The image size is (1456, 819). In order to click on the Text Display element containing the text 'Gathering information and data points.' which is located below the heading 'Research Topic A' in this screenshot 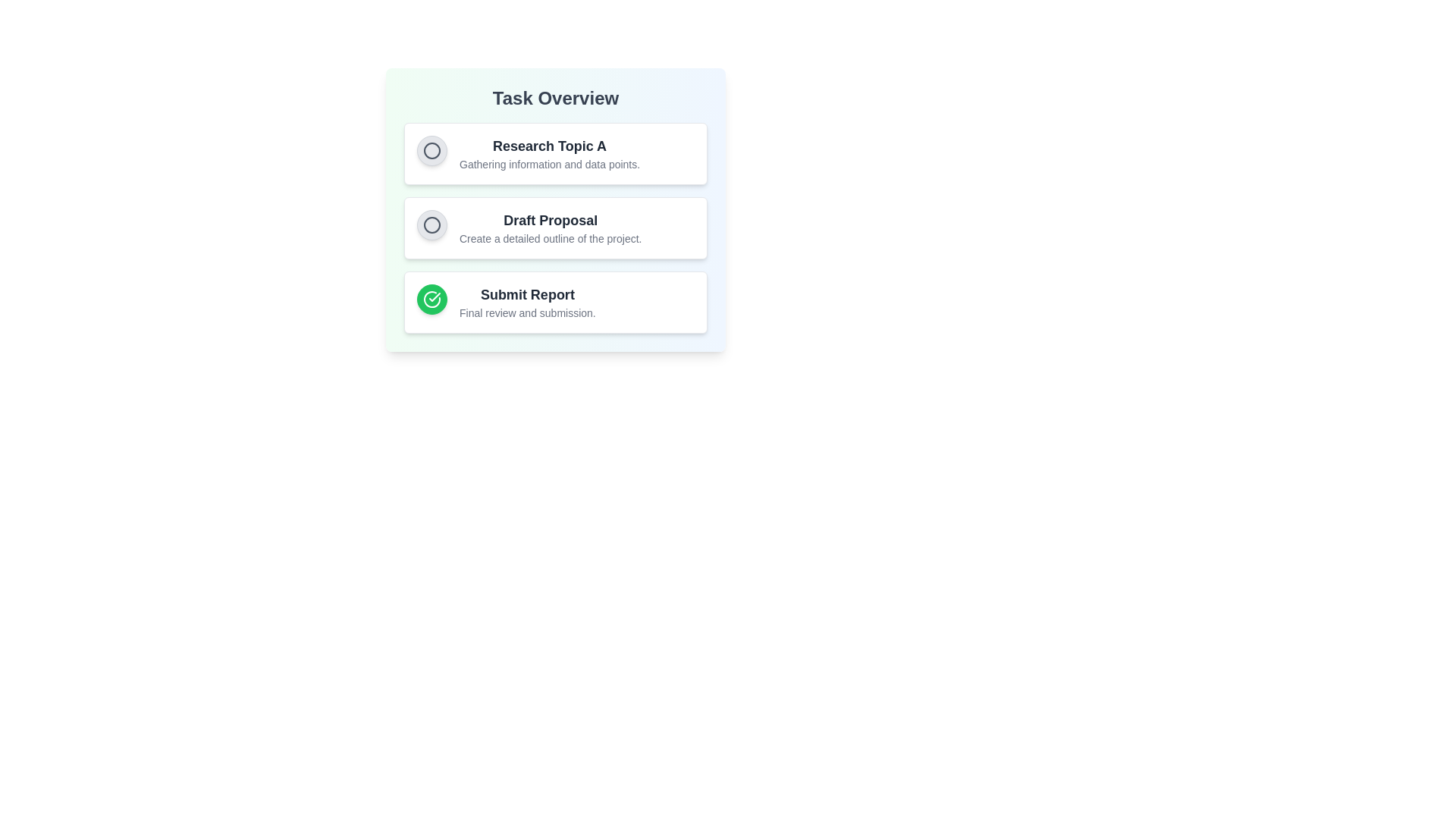, I will do `click(548, 164)`.